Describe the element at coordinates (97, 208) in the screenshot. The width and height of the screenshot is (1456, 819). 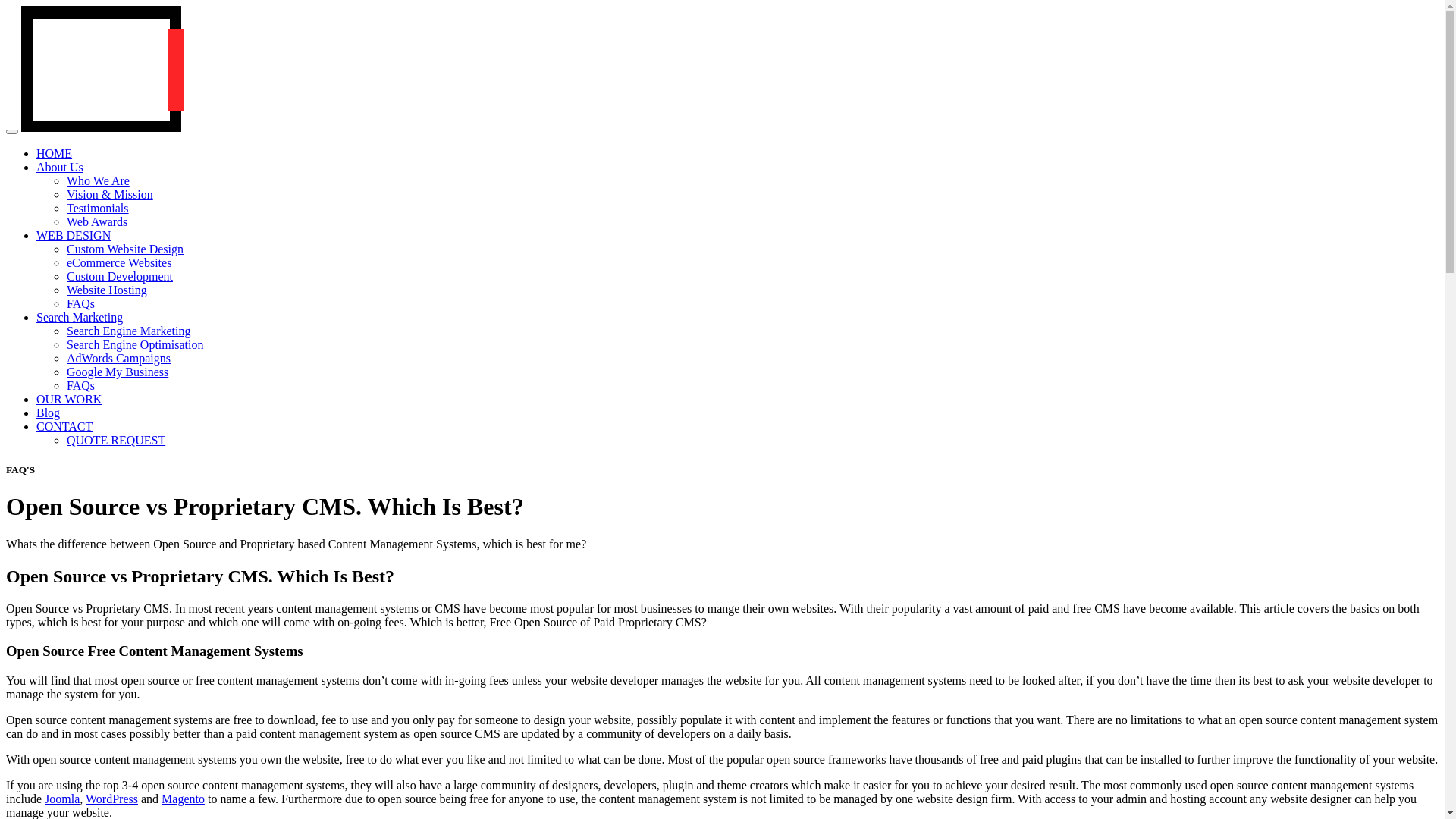
I see `'Testimonials'` at that location.